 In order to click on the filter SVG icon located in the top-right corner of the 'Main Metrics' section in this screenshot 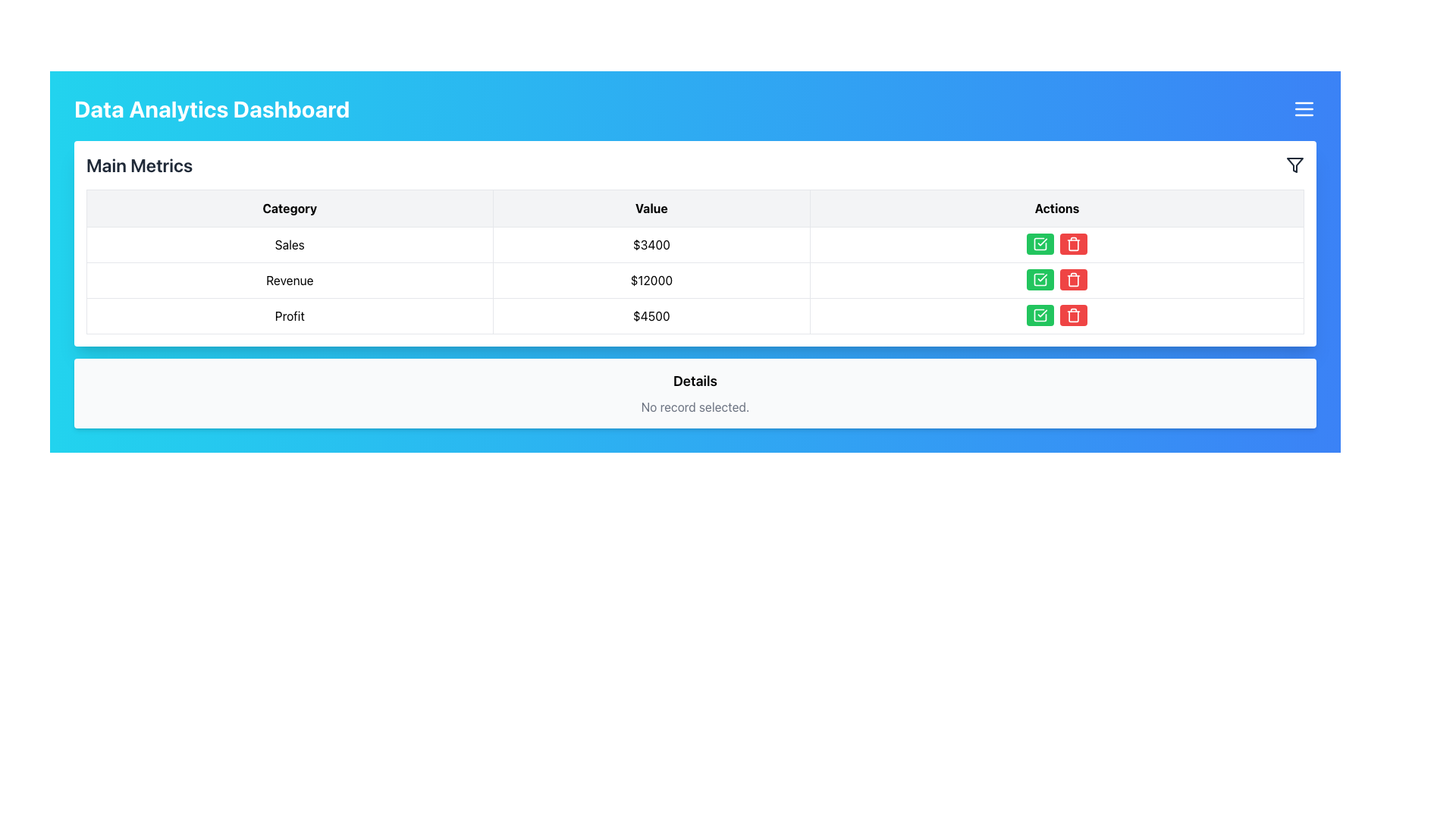, I will do `click(1294, 165)`.